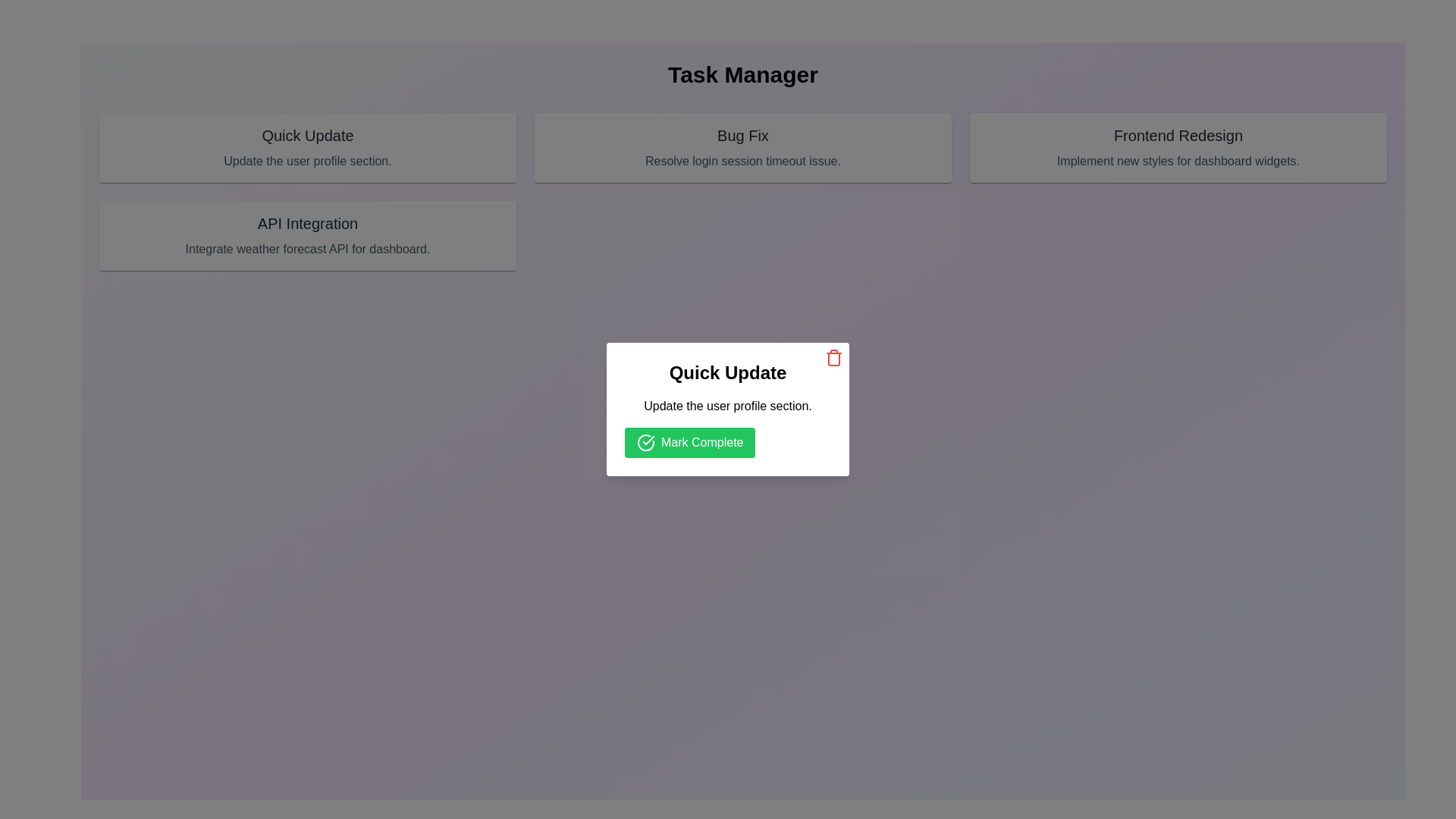  What do you see at coordinates (645, 442) in the screenshot?
I see `the 'Mark Complete' button which contains the icon to the left of the button text` at bounding box center [645, 442].